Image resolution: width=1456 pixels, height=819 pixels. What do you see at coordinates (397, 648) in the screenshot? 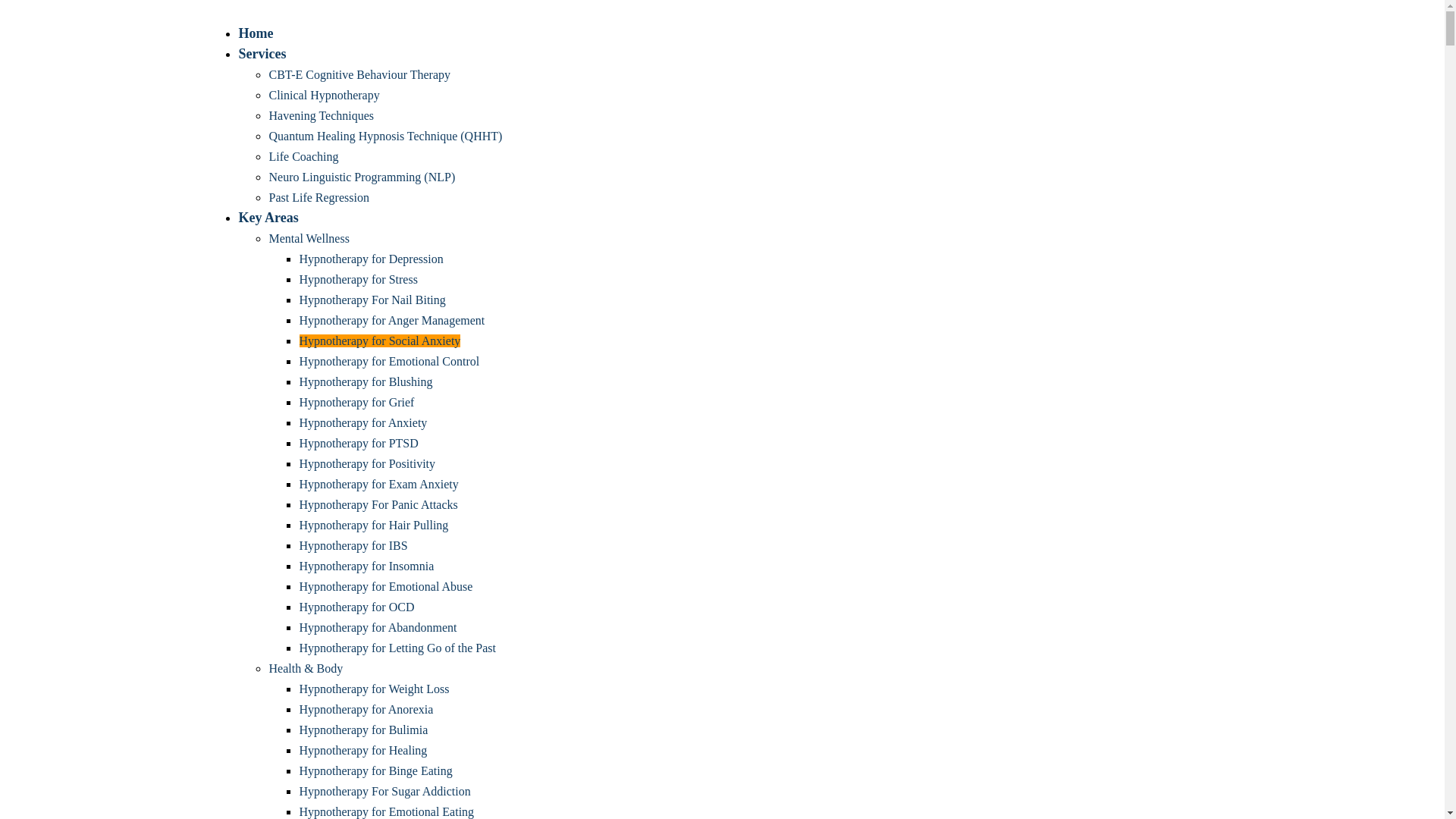
I see `'Hypnotherapy for Letting Go of the Past'` at bounding box center [397, 648].